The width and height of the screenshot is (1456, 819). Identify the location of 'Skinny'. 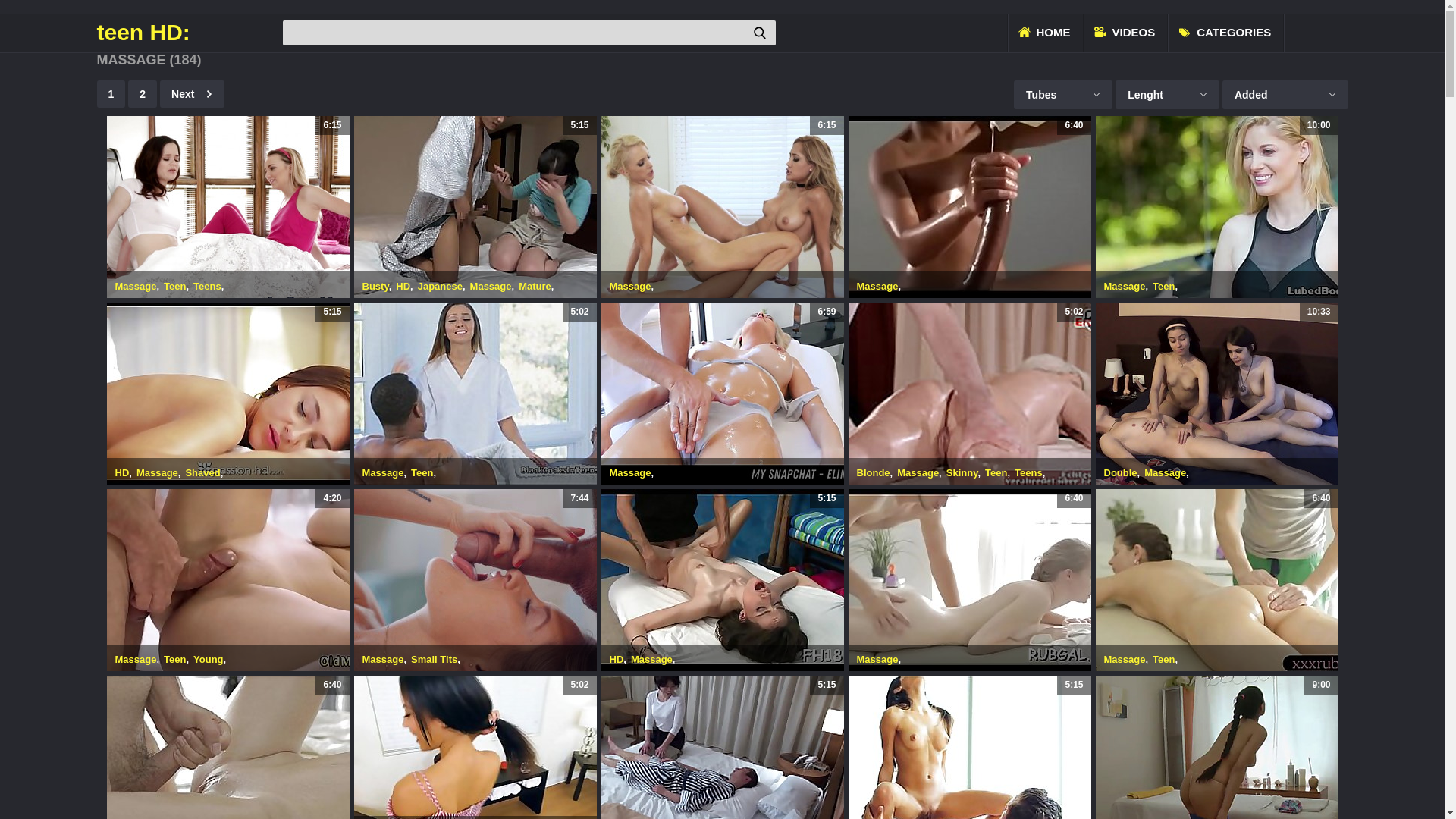
(946, 472).